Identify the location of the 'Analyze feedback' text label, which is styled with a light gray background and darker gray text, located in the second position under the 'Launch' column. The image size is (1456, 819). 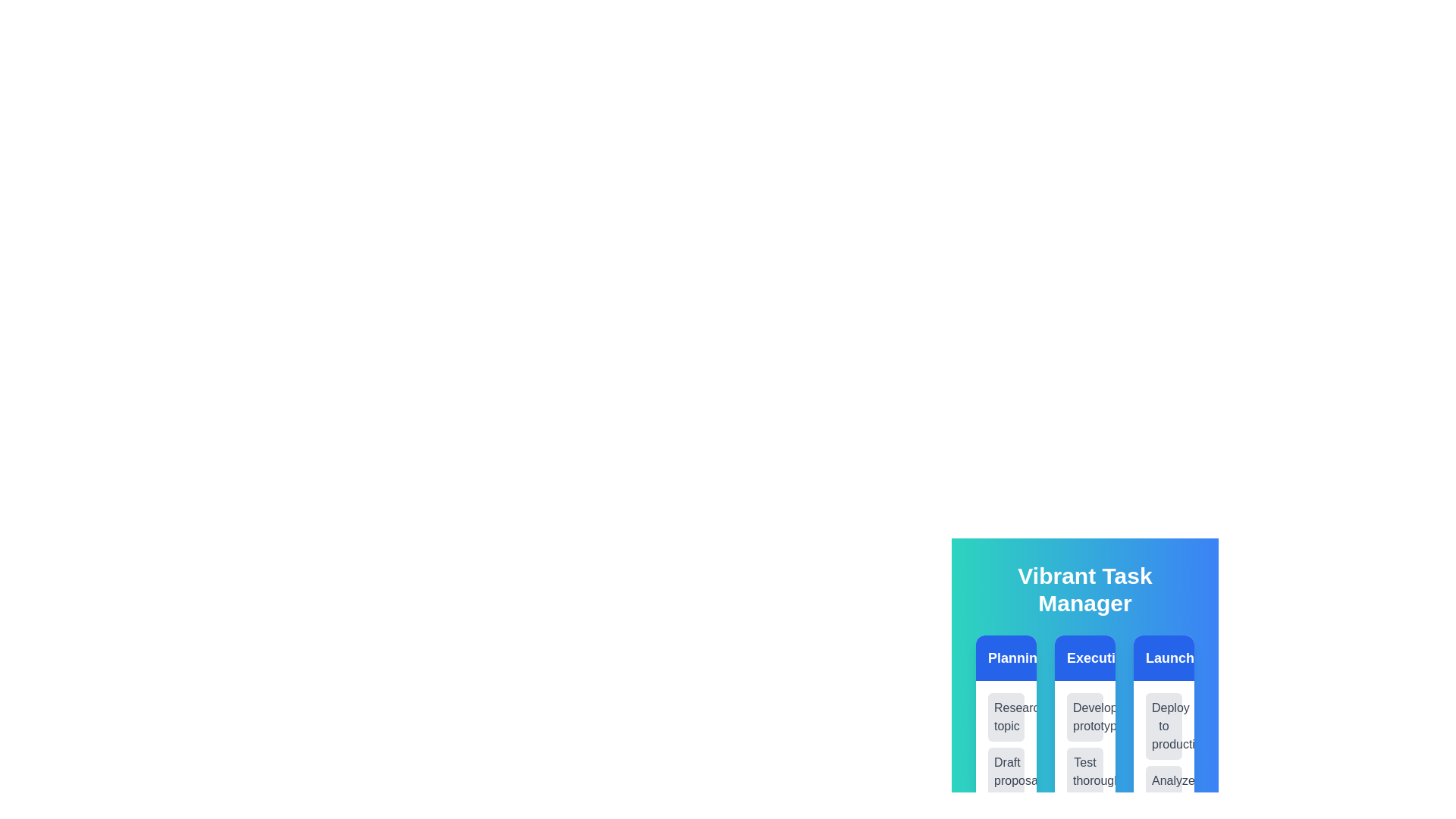
(1163, 789).